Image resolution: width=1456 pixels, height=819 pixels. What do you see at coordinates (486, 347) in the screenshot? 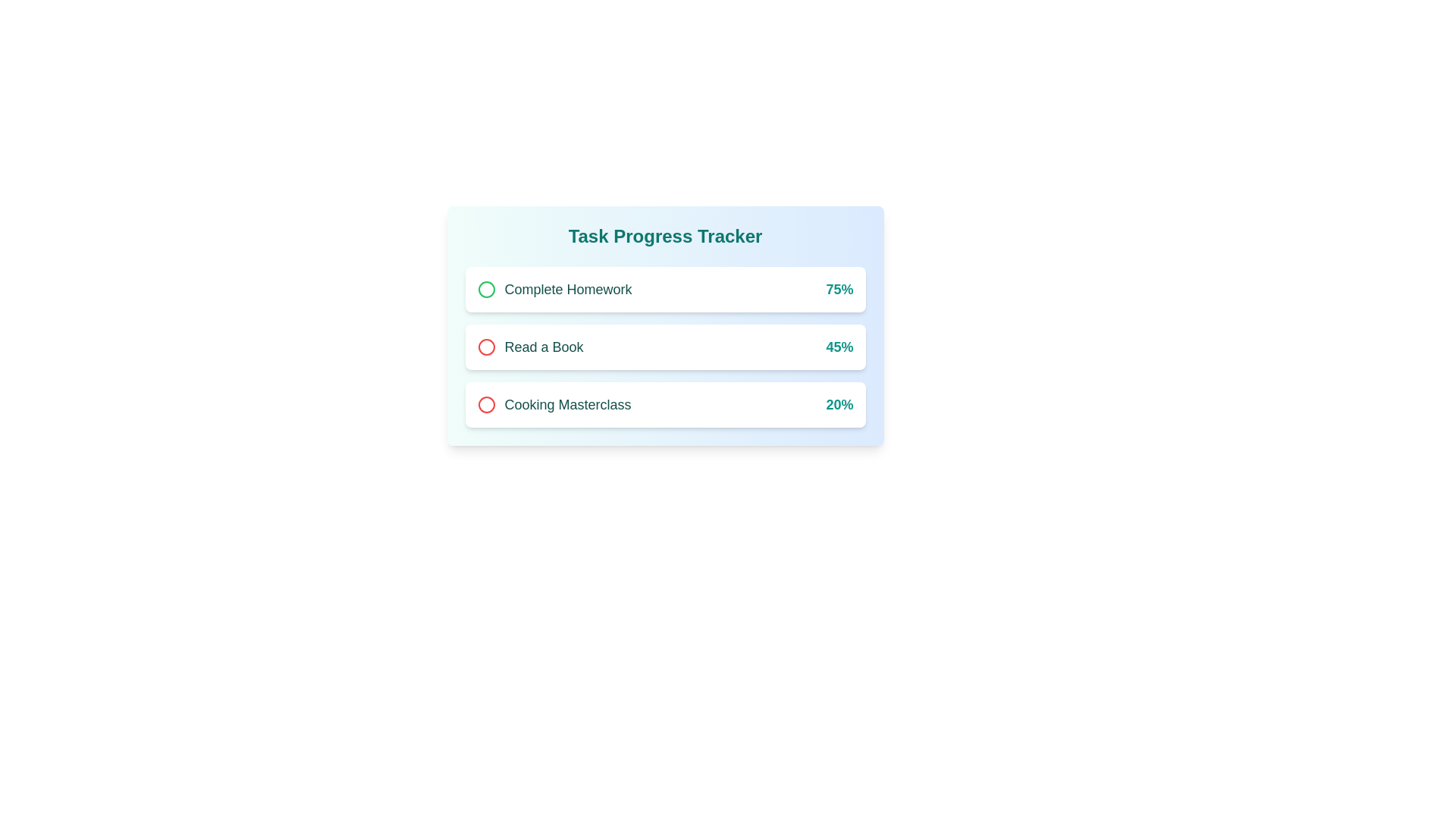
I see `the status indicator icon for the 'Read a Book' task located next to the text 'Read a Book' in the icon area of the second item in a vertical list` at bounding box center [486, 347].